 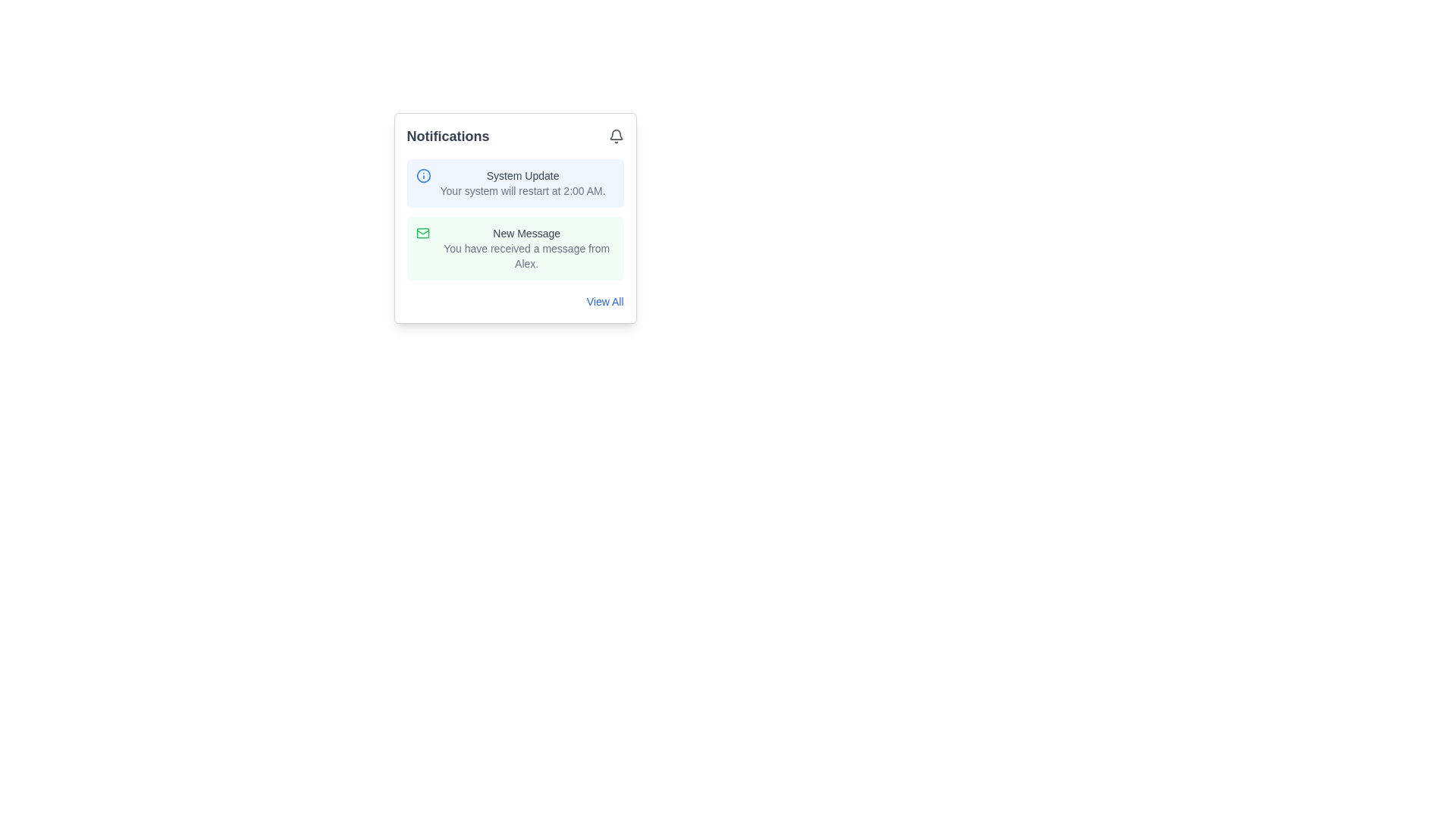 I want to click on the heading label of the notification that summarizes its content, positioned at the top of the notification card, so click(x=522, y=174).